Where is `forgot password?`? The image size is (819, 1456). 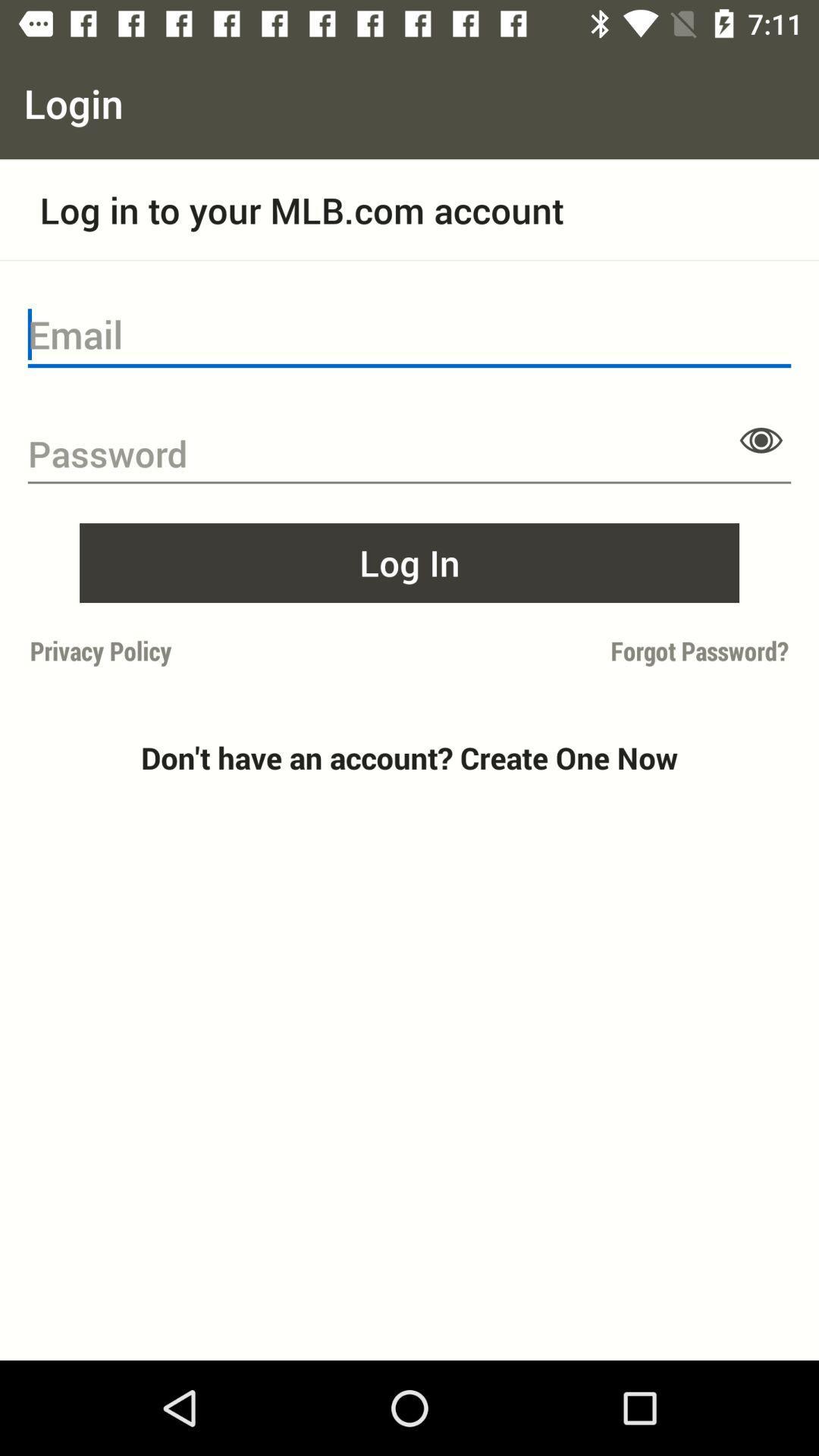 forgot password? is located at coordinates (603, 651).